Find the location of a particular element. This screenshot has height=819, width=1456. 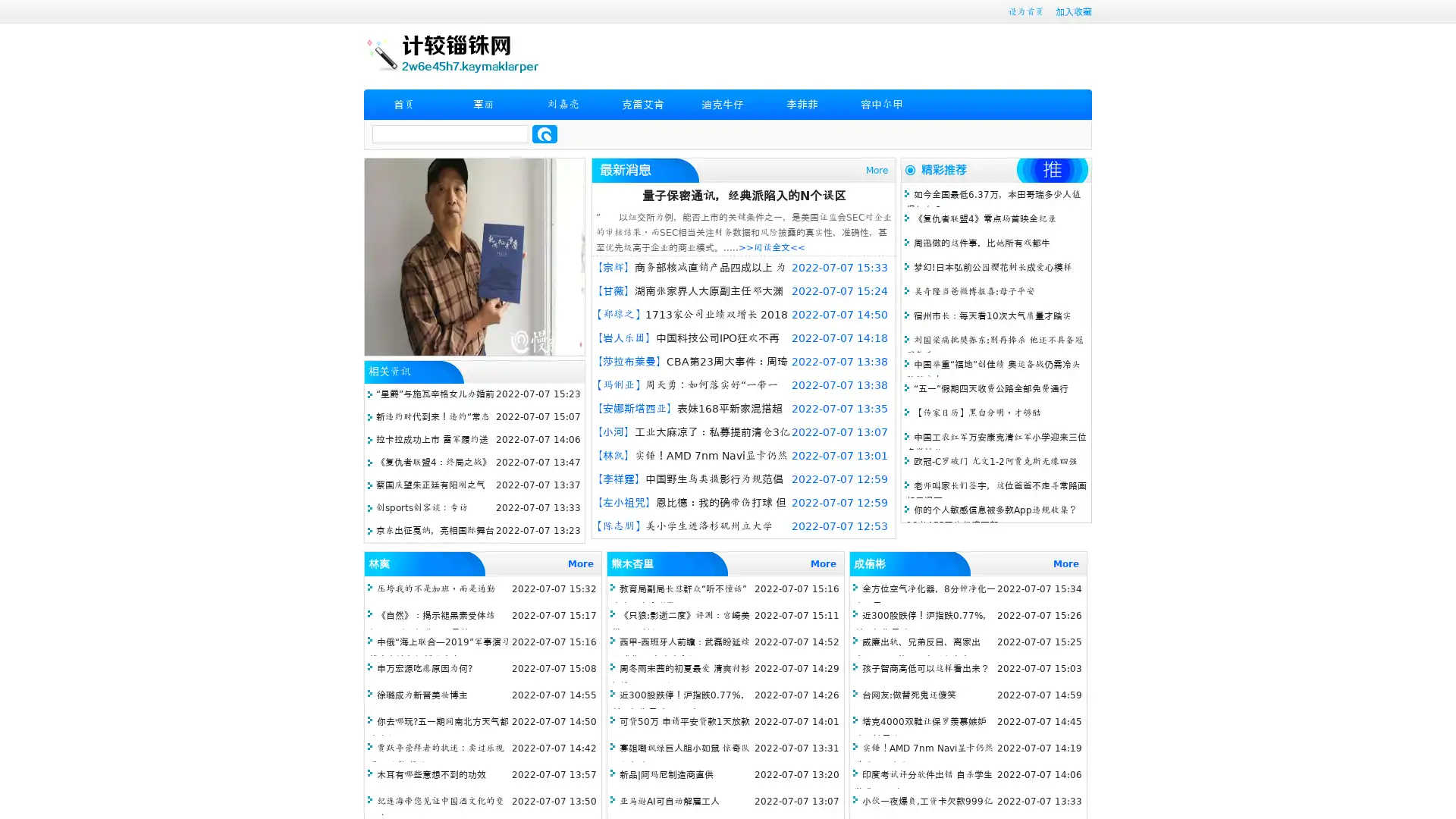

Search is located at coordinates (544, 133).